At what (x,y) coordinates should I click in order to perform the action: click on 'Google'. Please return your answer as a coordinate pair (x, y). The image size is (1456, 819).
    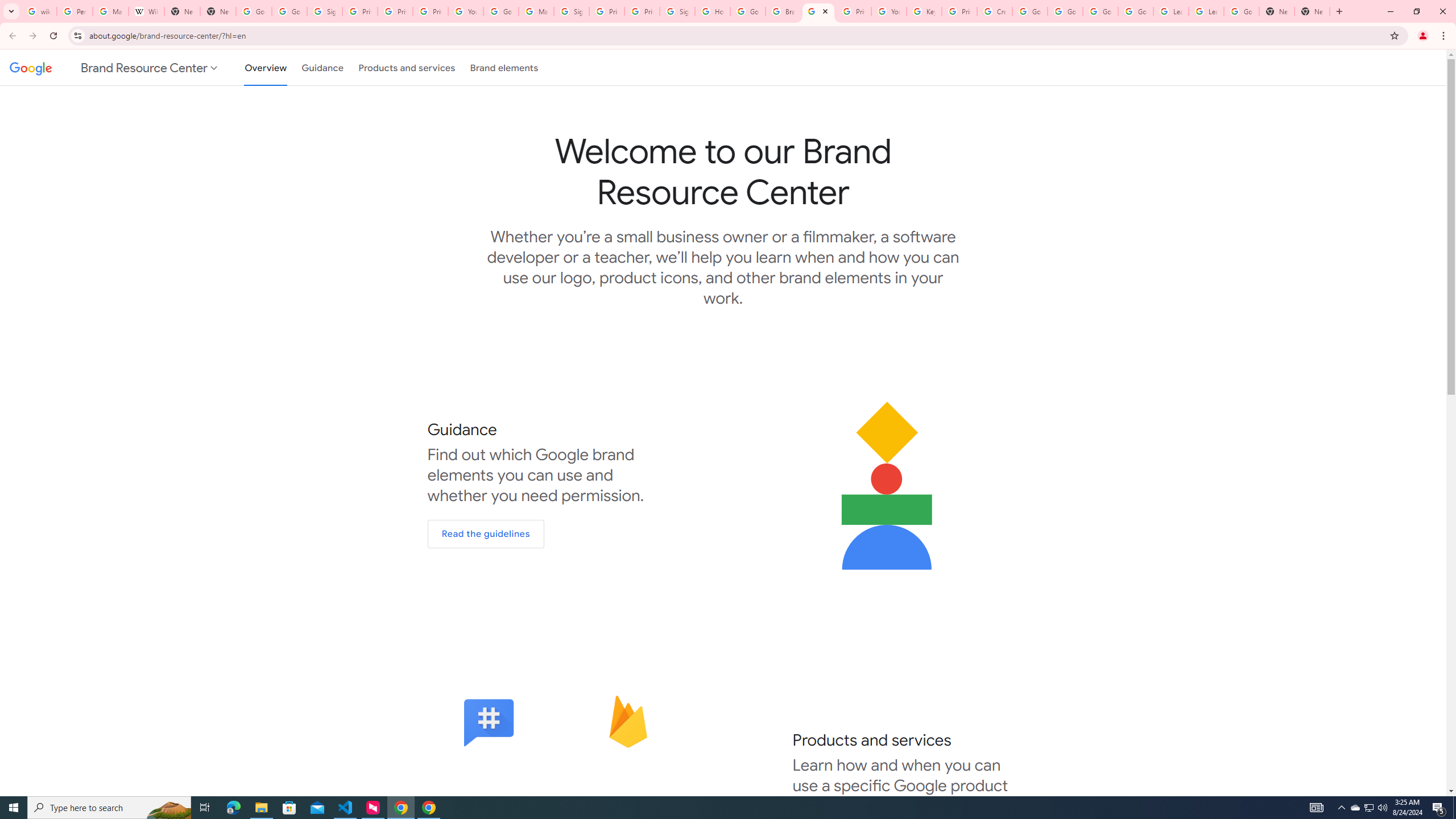
    Looking at the image, I should click on (27, 67).